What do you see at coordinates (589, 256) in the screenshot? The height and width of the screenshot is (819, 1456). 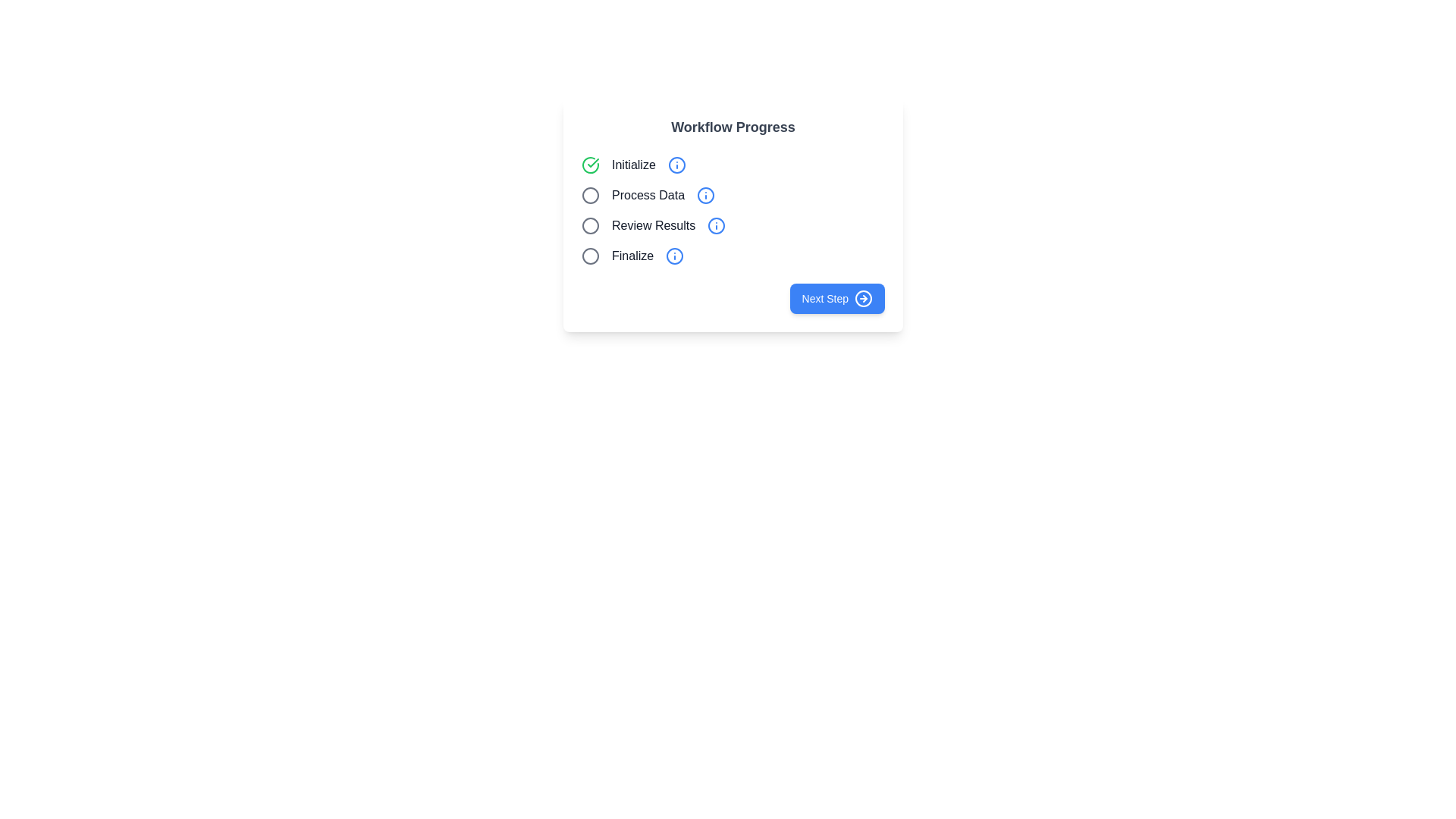 I see `the unselected radio button for the 'Finalize' option, which is located in the lower section of a list of options, directly to the left of the text 'Finalize'` at bounding box center [589, 256].